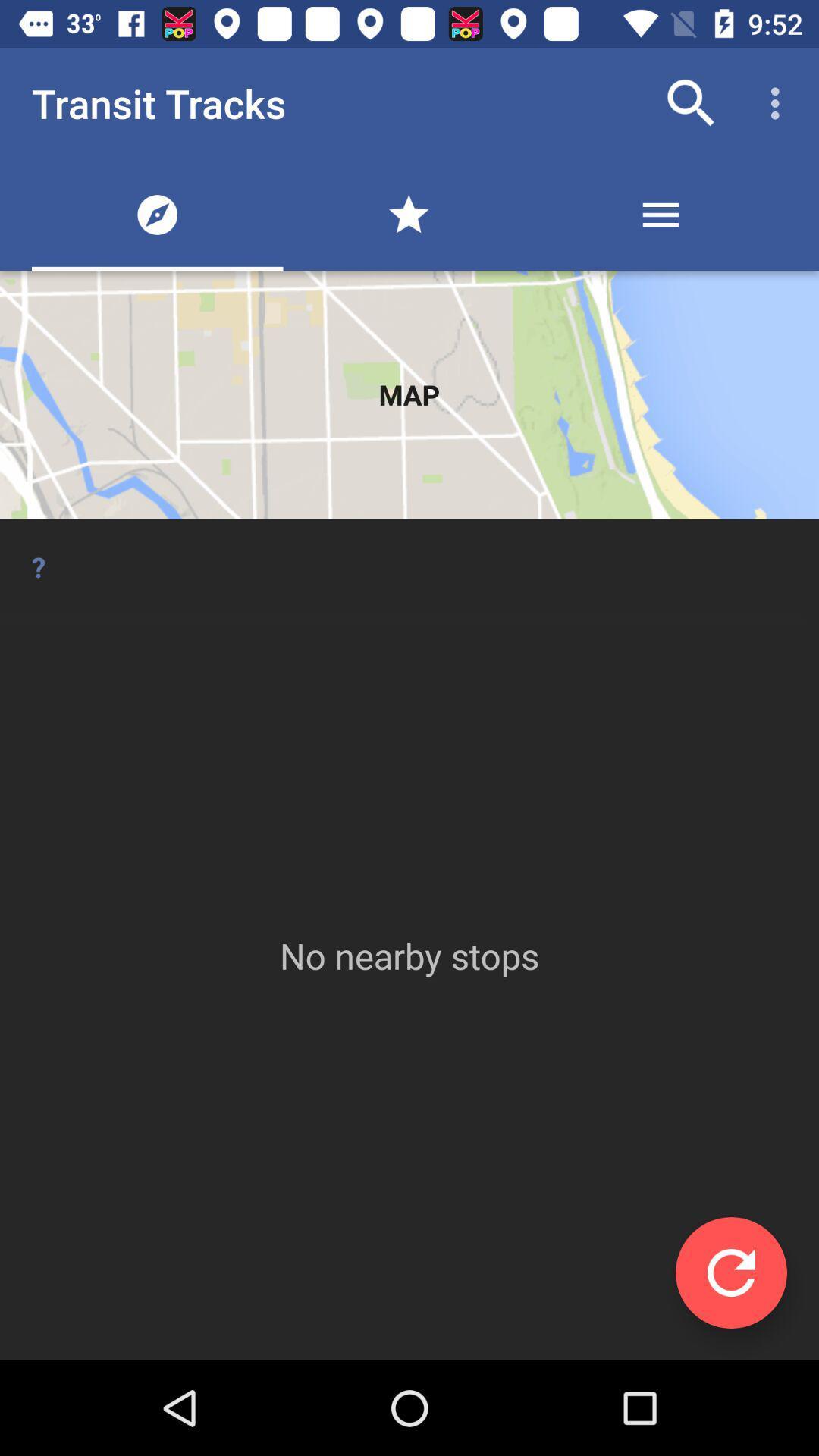 The width and height of the screenshot is (819, 1456). I want to click on refresh page, so click(730, 1272).